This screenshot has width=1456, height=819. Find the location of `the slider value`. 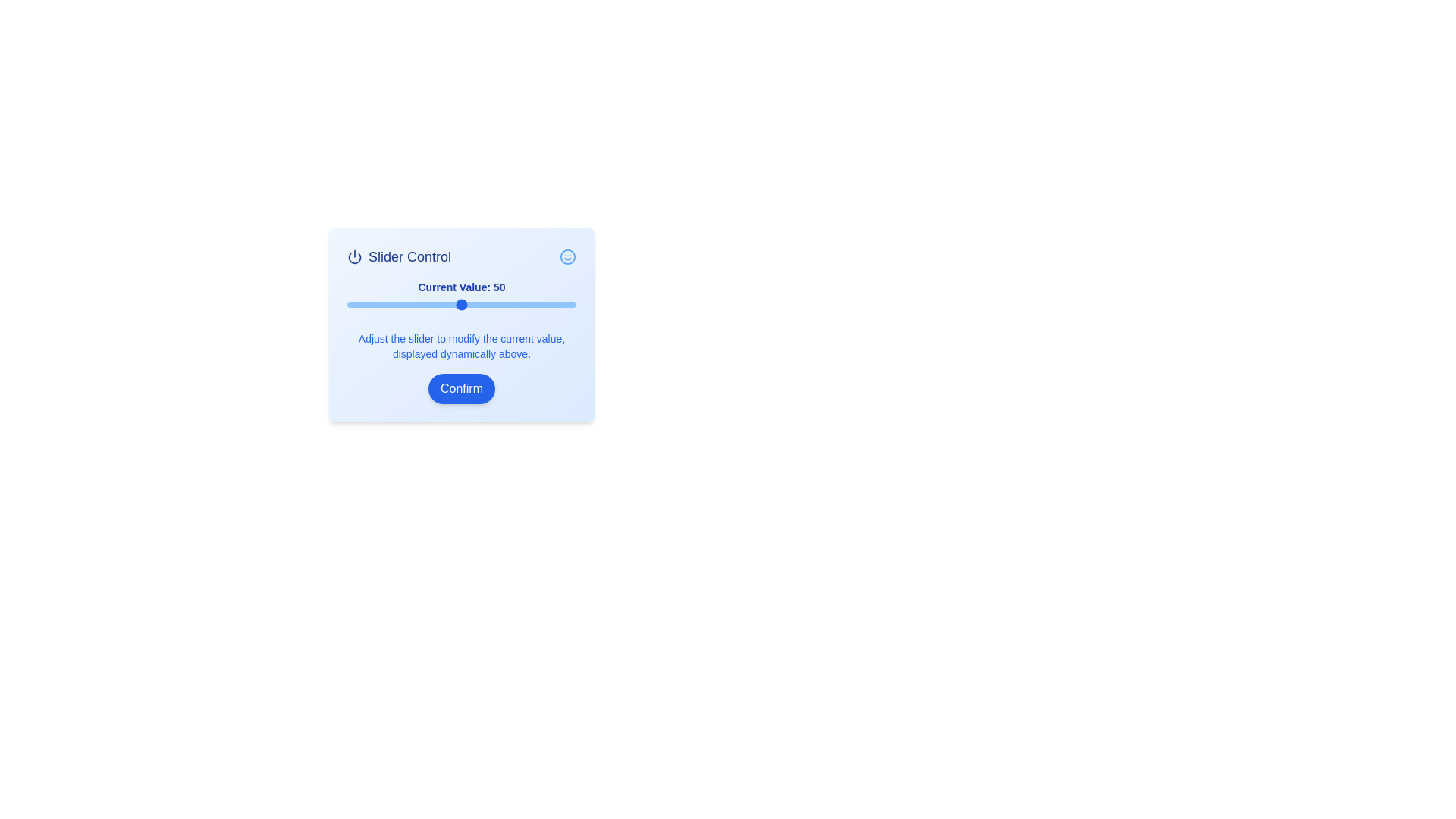

the slider value is located at coordinates (413, 304).